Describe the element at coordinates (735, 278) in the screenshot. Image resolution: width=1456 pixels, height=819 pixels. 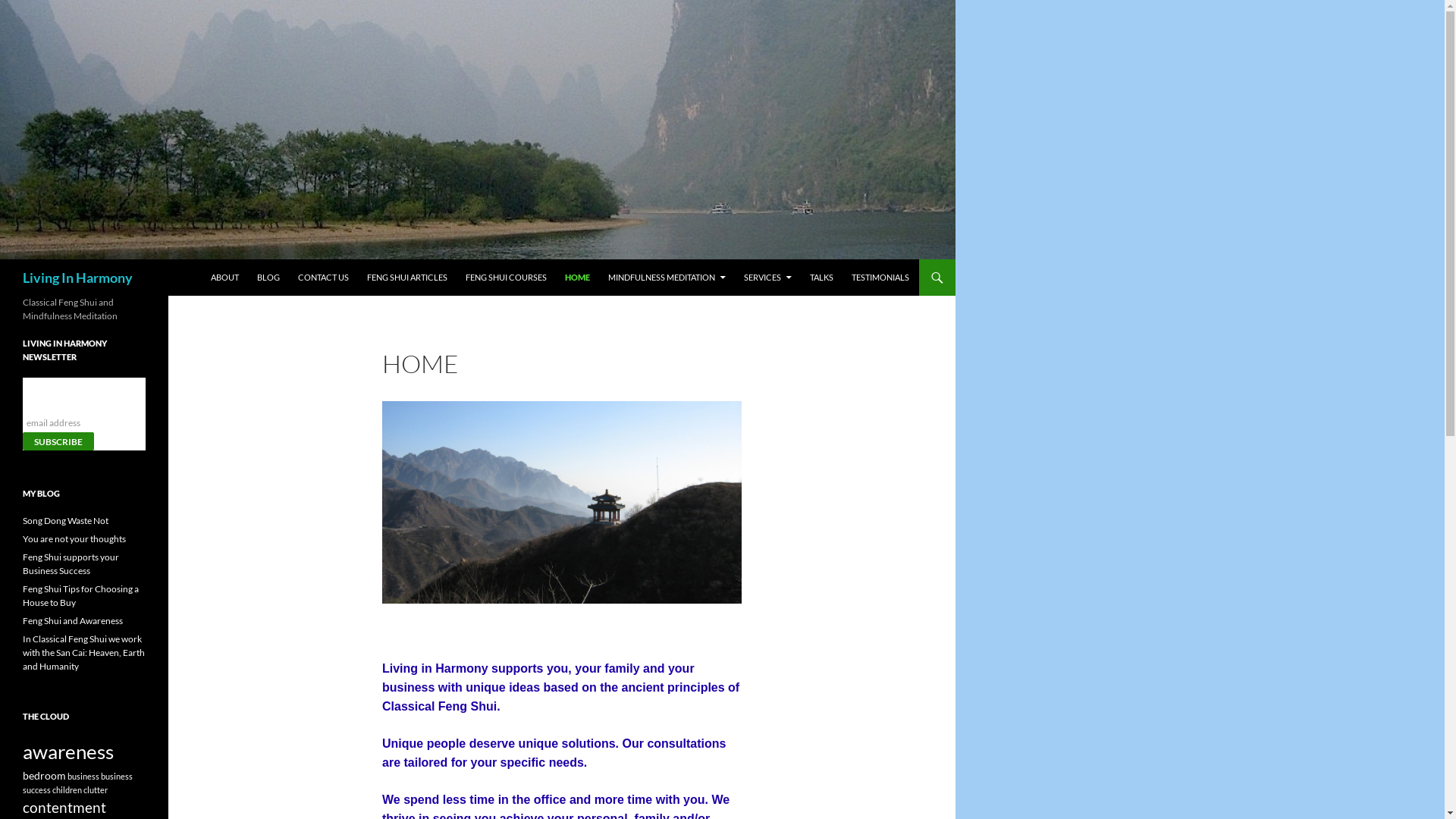
I see `'SERVICES'` at that location.